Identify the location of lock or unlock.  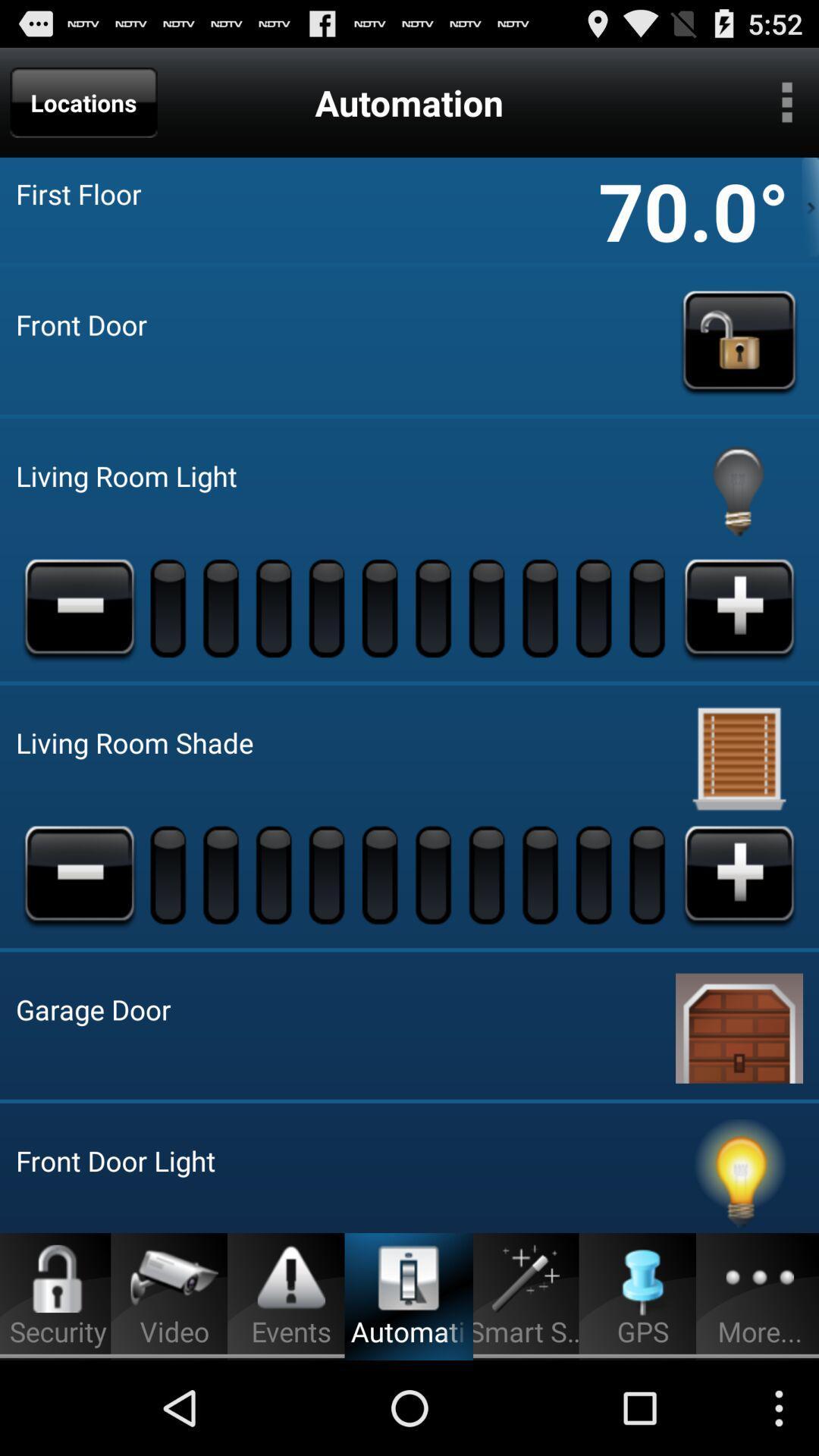
(739, 340).